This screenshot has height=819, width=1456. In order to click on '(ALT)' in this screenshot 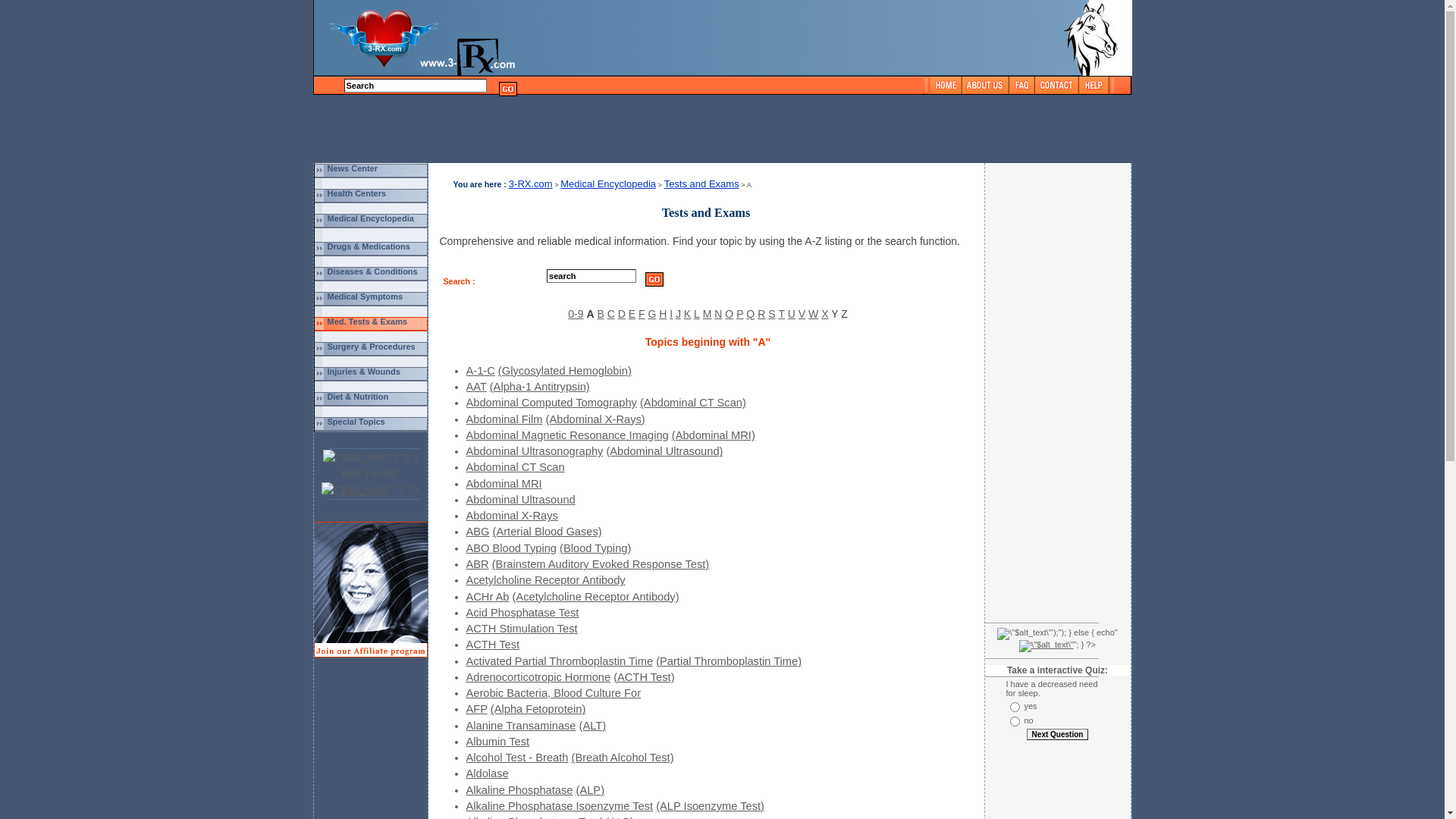, I will do `click(578, 724)`.